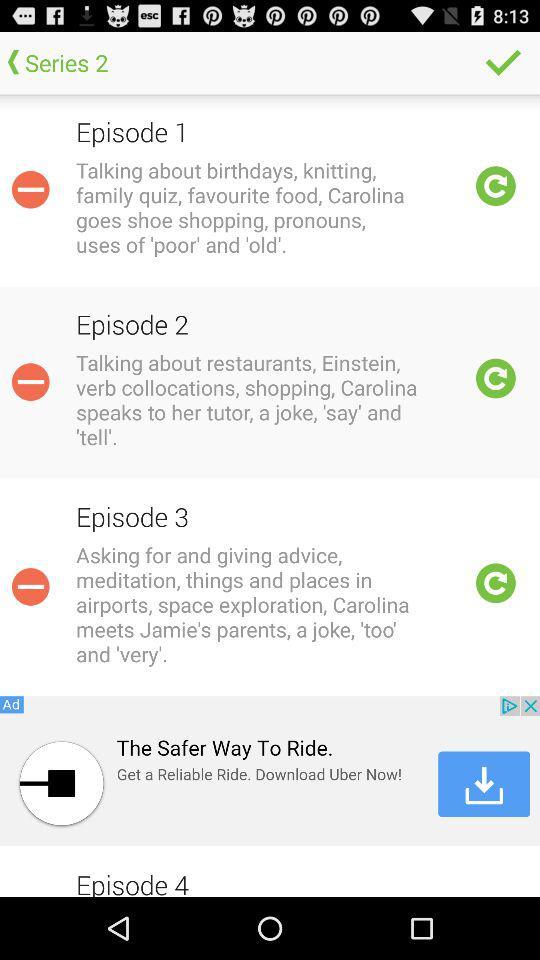 The height and width of the screenshot is (960, 540). I want to click on remove, so click(29, 381).